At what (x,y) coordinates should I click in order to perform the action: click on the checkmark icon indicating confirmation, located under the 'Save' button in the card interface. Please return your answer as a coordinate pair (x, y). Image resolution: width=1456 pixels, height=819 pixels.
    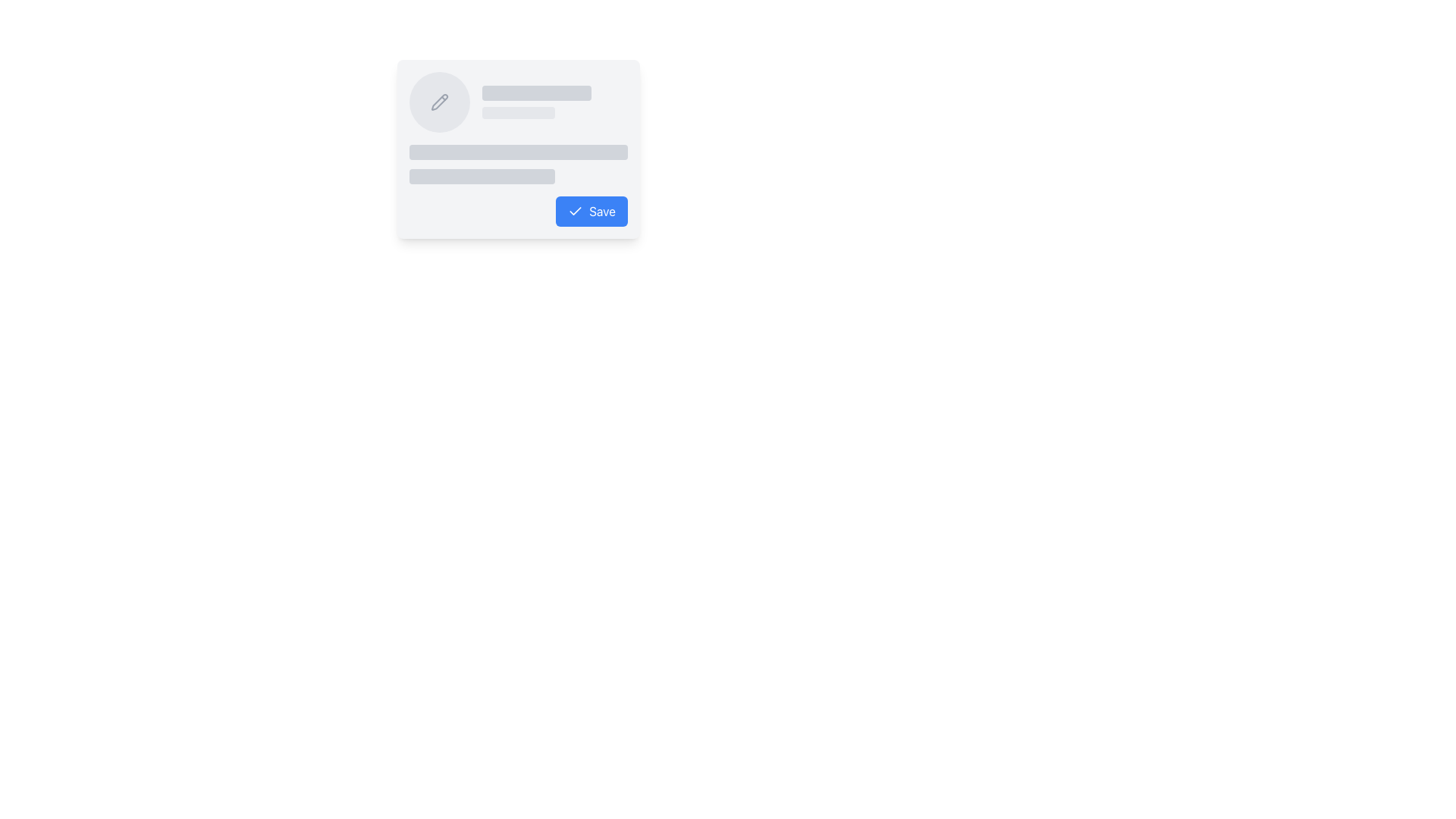
    Looking at the image, I should click on (574, 211).